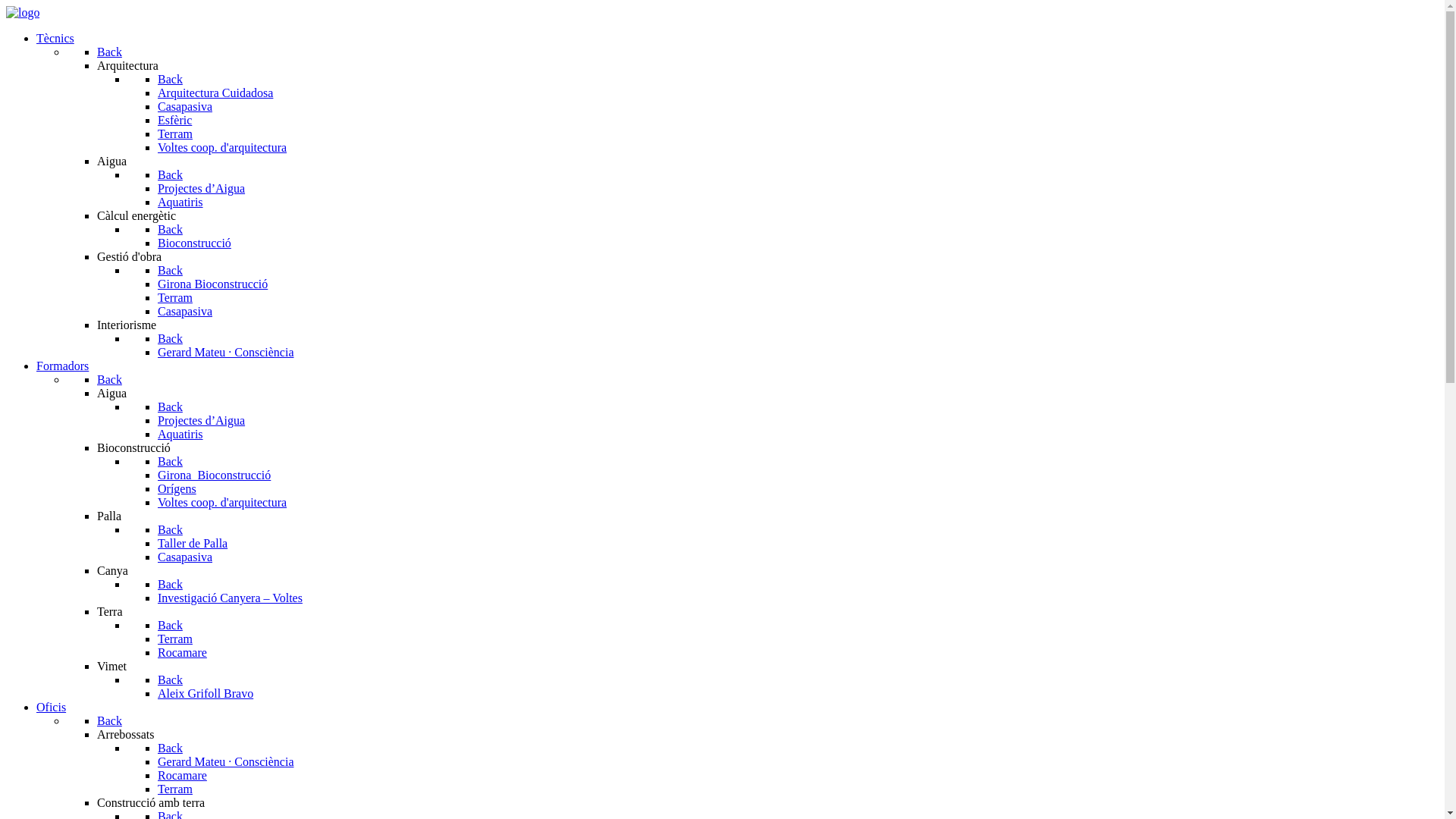 The height and width of the screenshot is (819, 1456). What do you see at coordinates (214, 93) in the screenshot?
I see `'Arquitectura Cuidadosa'` at bounding box center [214, 93].